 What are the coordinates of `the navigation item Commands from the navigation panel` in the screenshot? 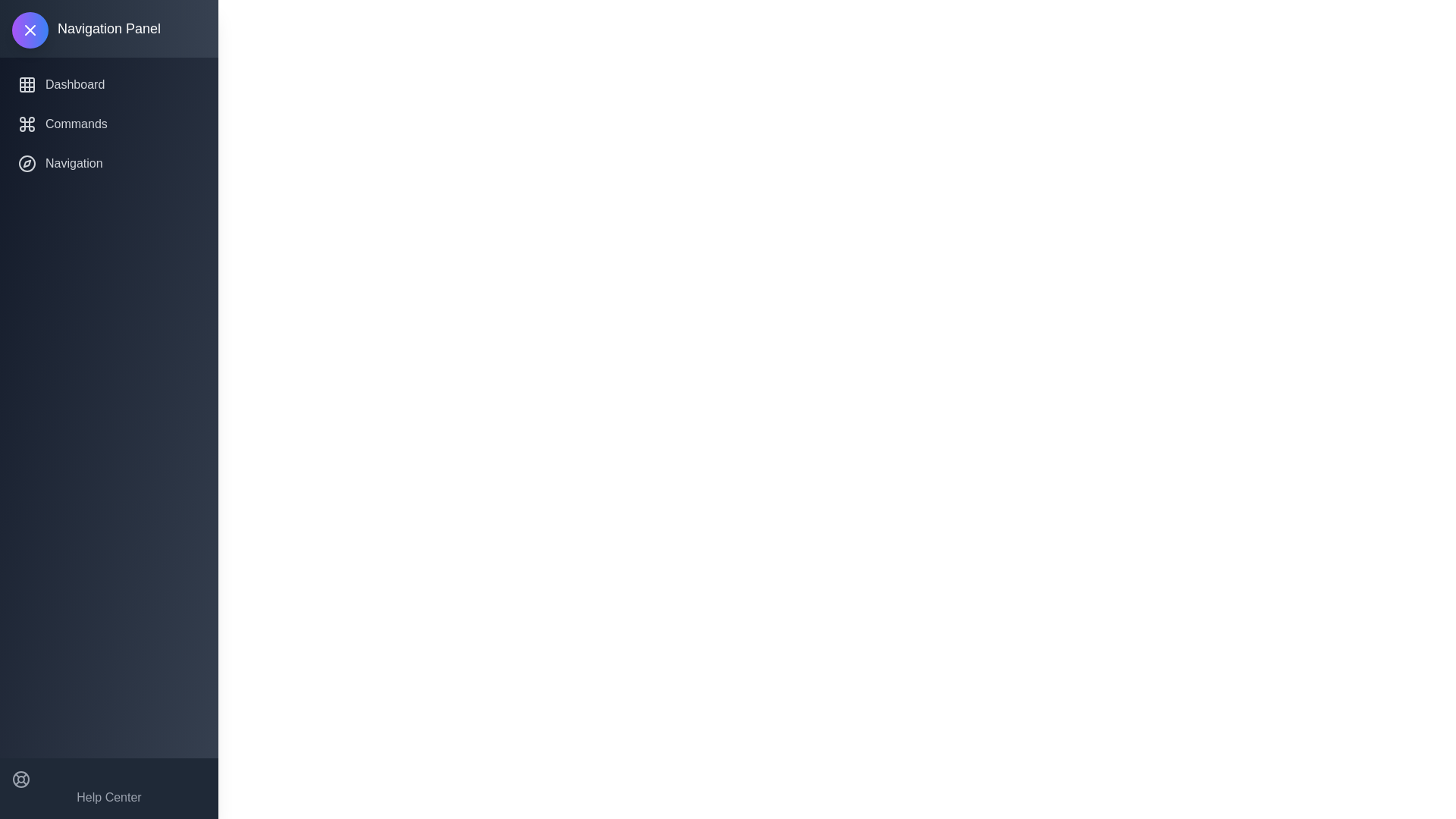 It's located at (108, 124).